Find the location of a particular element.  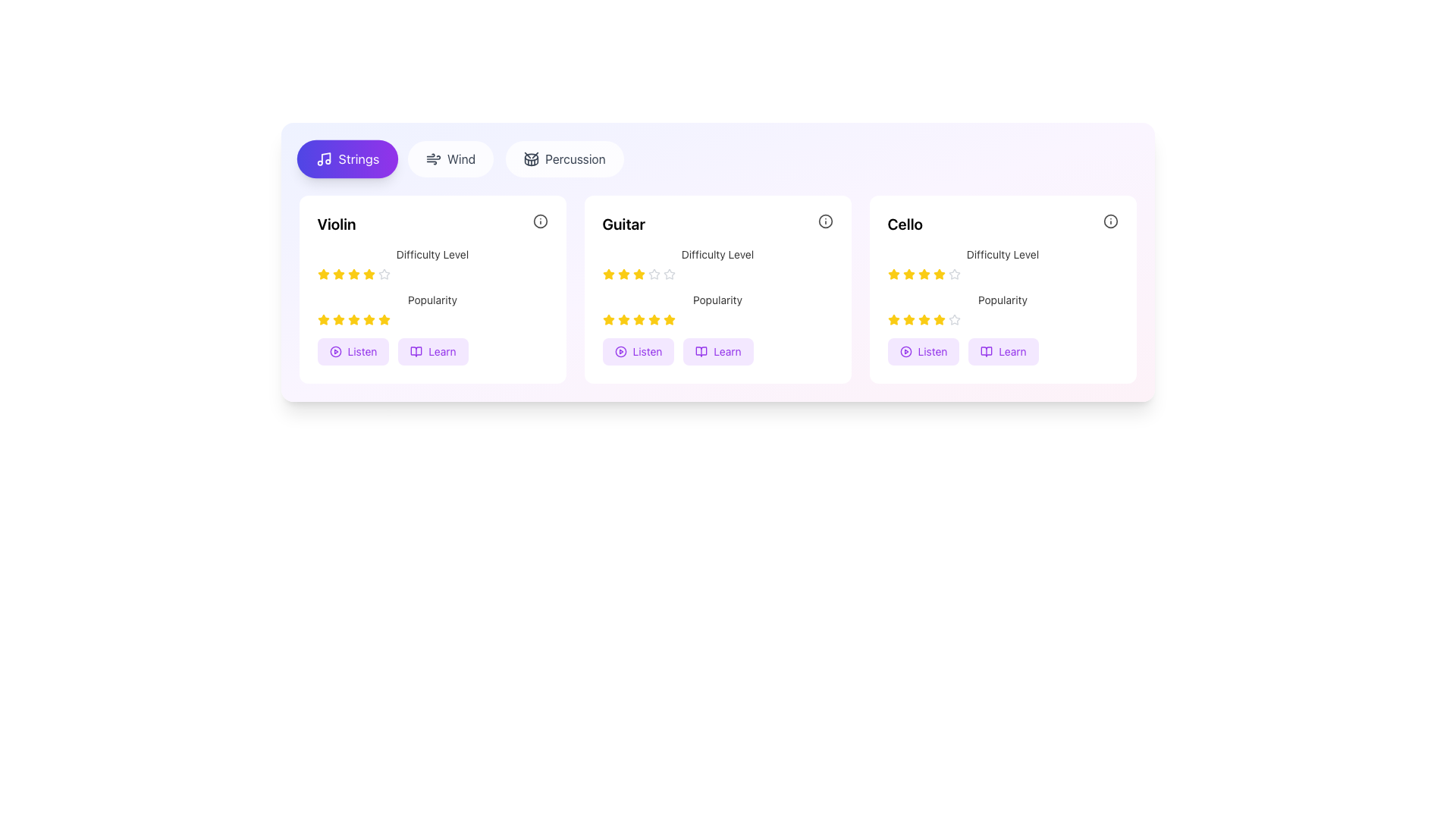

the open book icon located in the top-right corner of the 'Cello' subject card is located at coordinates (987, 351).